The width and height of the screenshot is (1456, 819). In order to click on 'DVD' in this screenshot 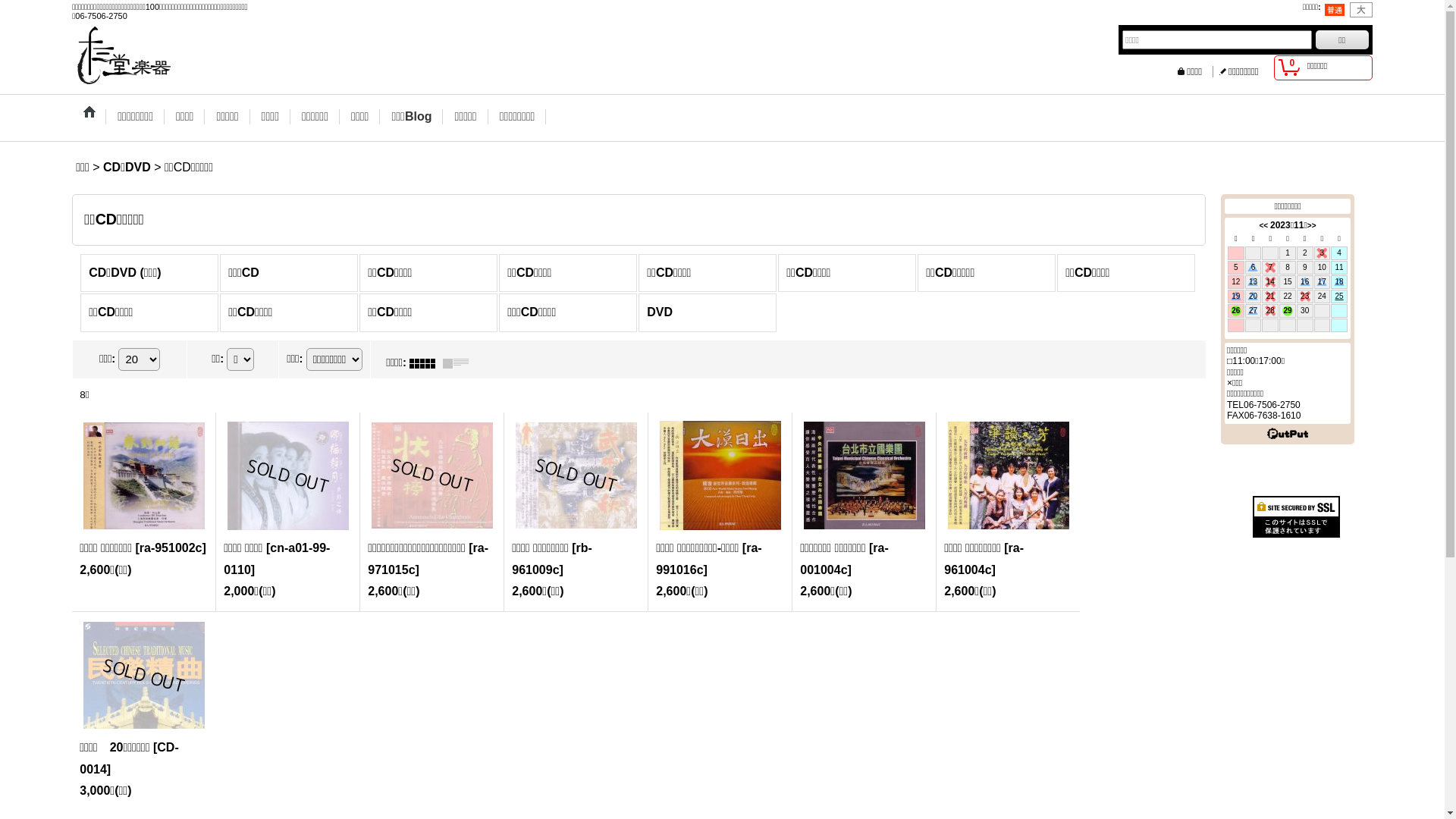, I will do `click(706, 312)`.